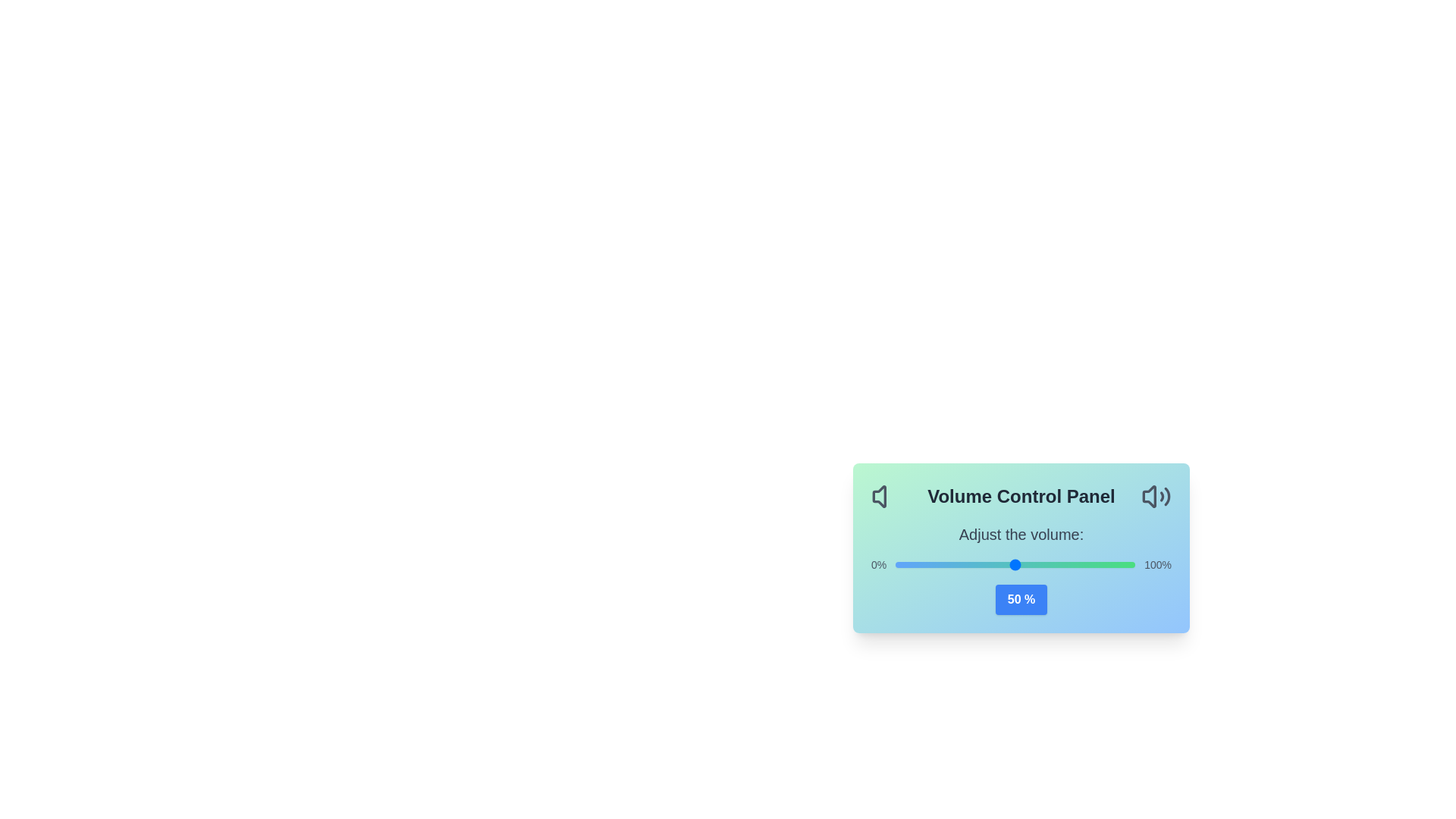  I want to click on the volume slider to 26%, so click(957, 564).